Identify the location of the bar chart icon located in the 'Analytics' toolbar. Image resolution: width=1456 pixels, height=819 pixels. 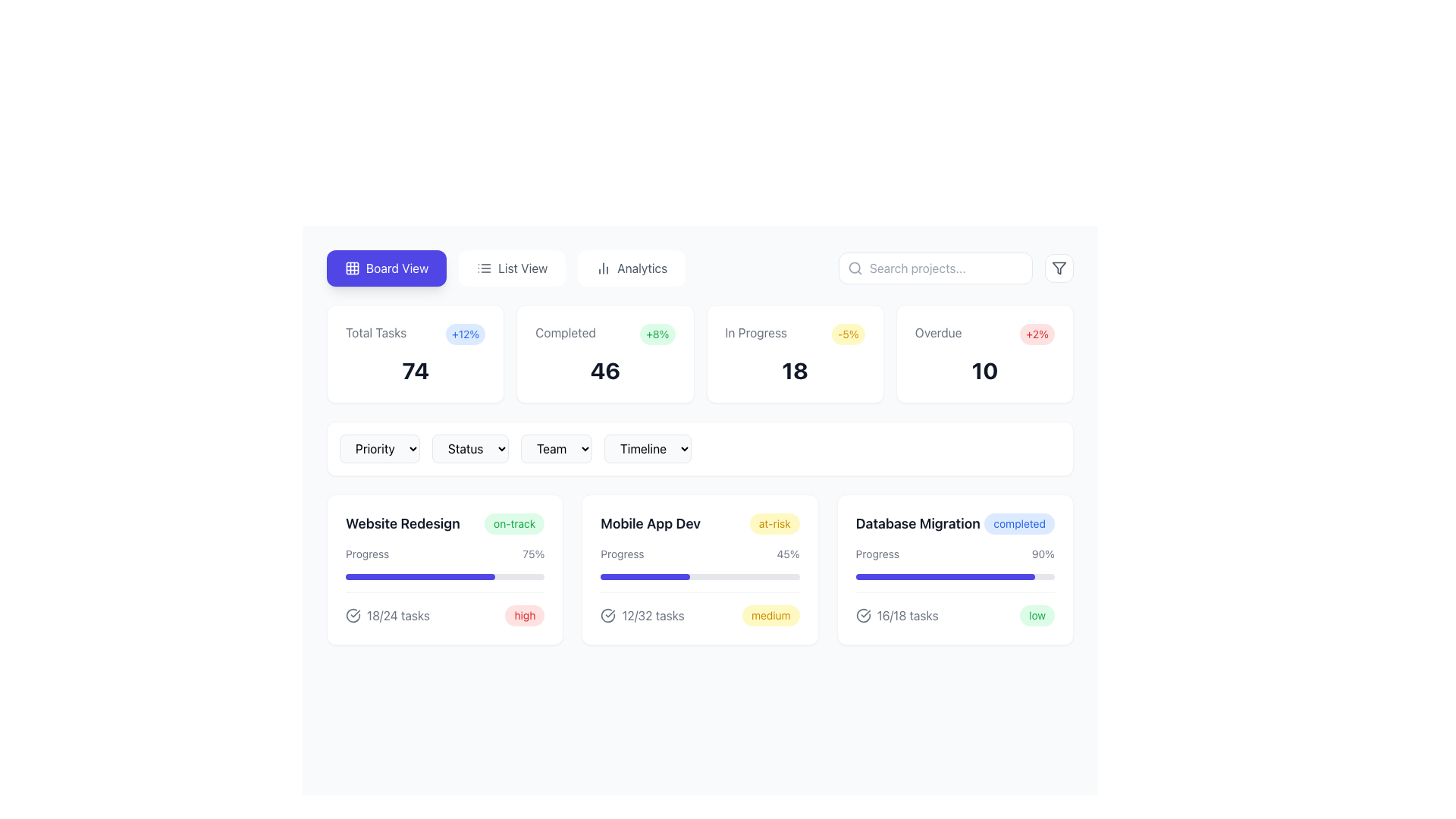
(603, 268).